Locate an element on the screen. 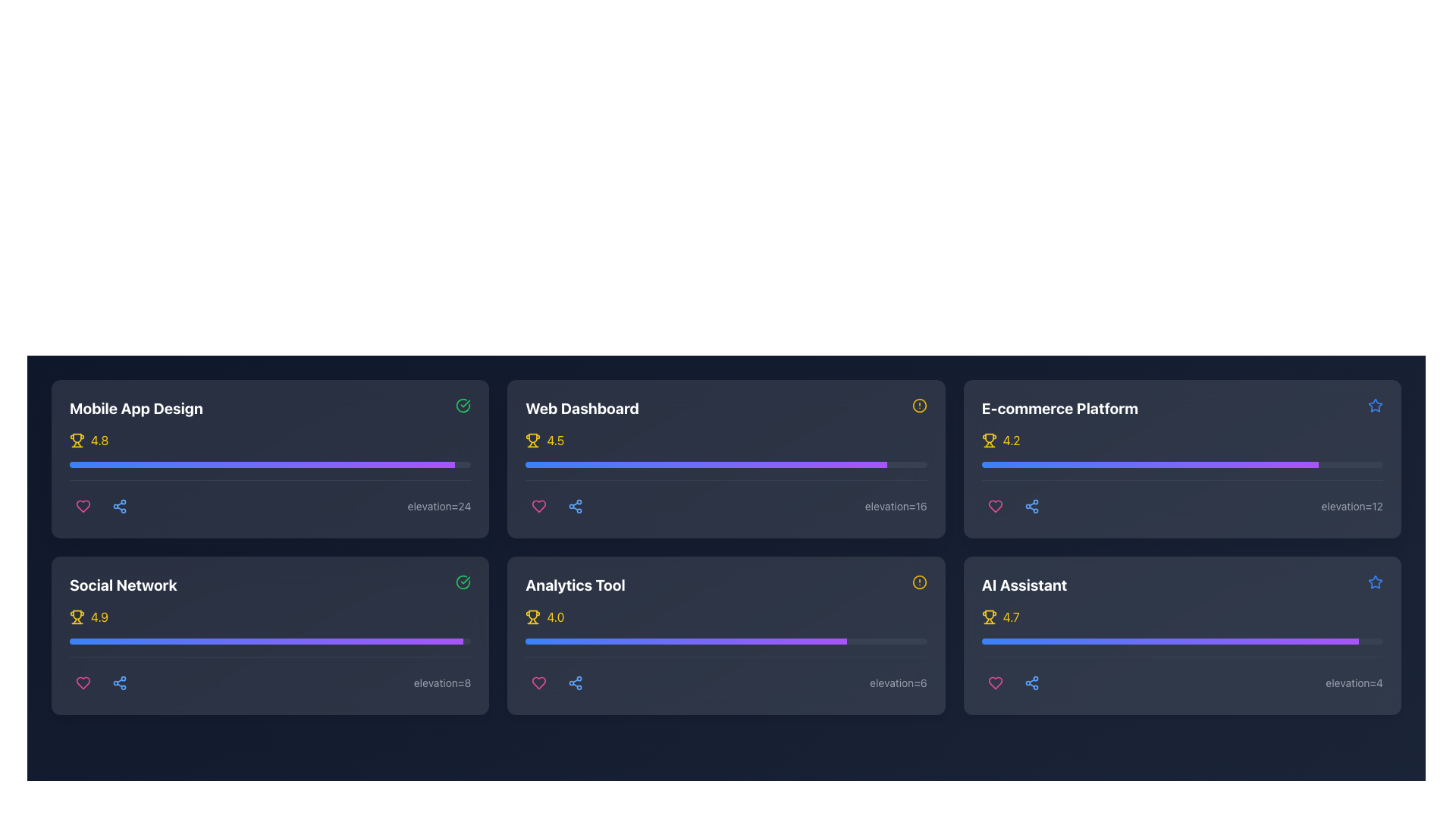 This screenshot has width=1456, height=819. the heart icon located in the bottom-right corner of the 'Mobile App Design' card is located at coordinates (83, 506).